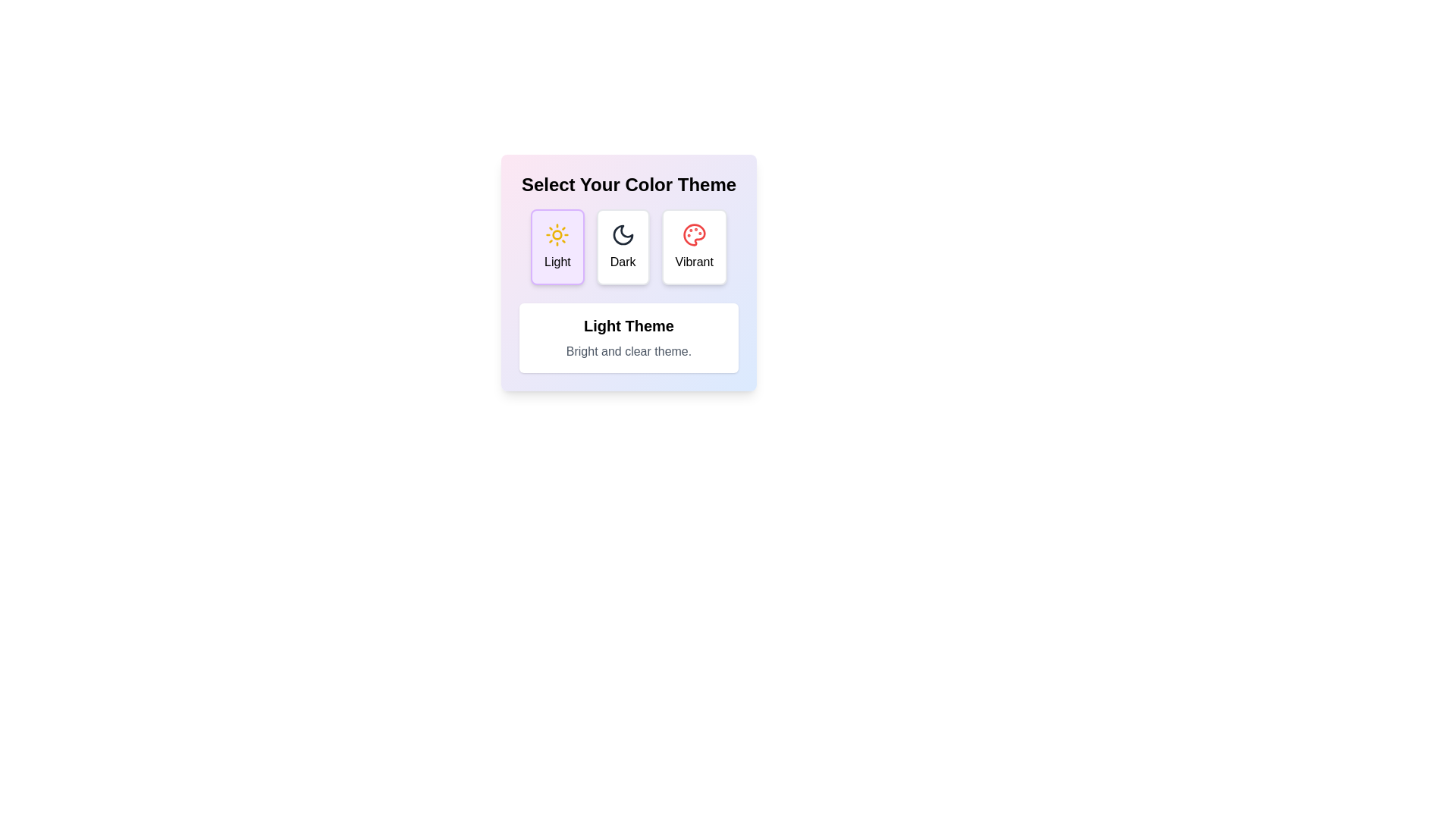  I want to click on the 'Dark' button, which is a rectangular card with a rounded border and a crescent moon icon above the text in bold, so click(623, 246).